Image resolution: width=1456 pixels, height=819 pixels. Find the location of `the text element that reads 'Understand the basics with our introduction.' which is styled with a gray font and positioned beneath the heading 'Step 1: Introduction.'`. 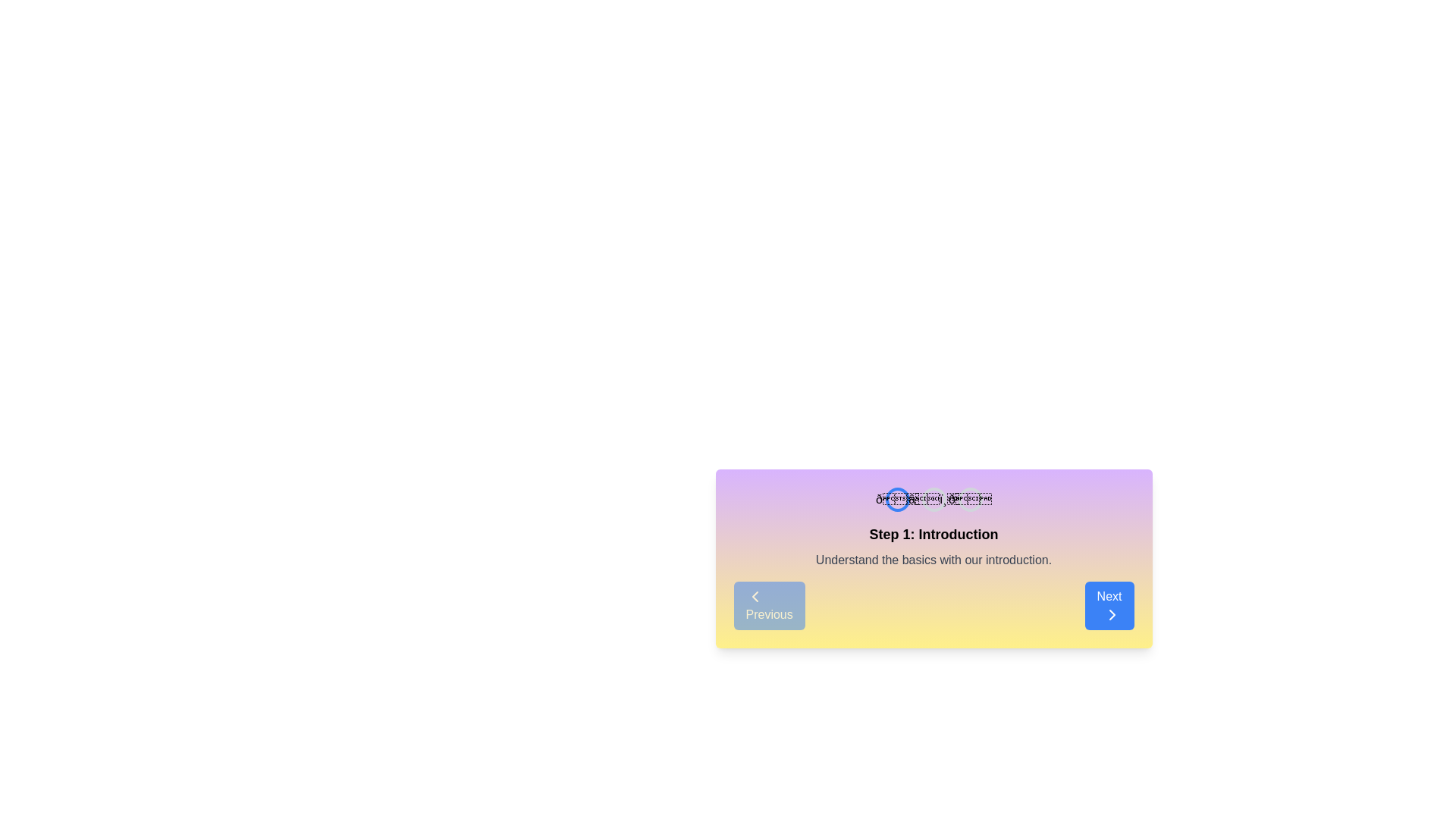

the text element that reads 'Understand the basics with our introduction.' which is styled with a gray font and positioned beneath the heading 'Step 1: Introduction.' is located at coordinates (933, 560).